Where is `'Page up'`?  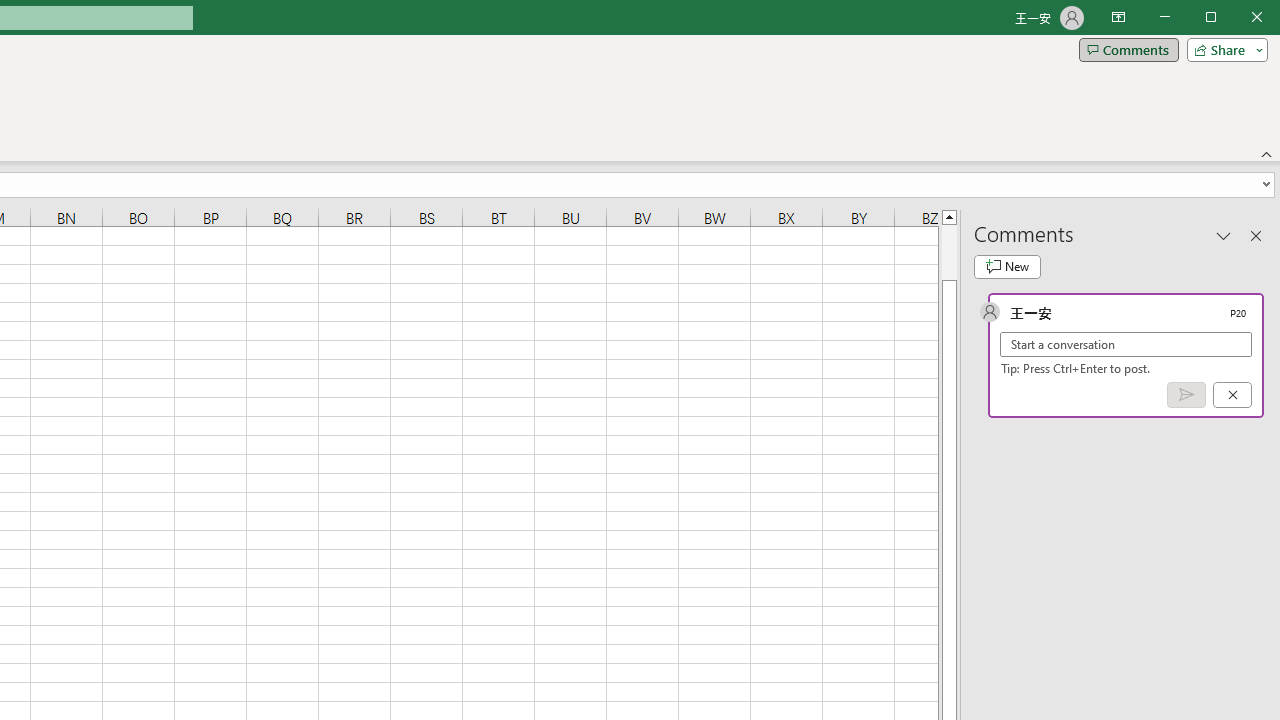 'Page up' is located at coordinates (948, 251).